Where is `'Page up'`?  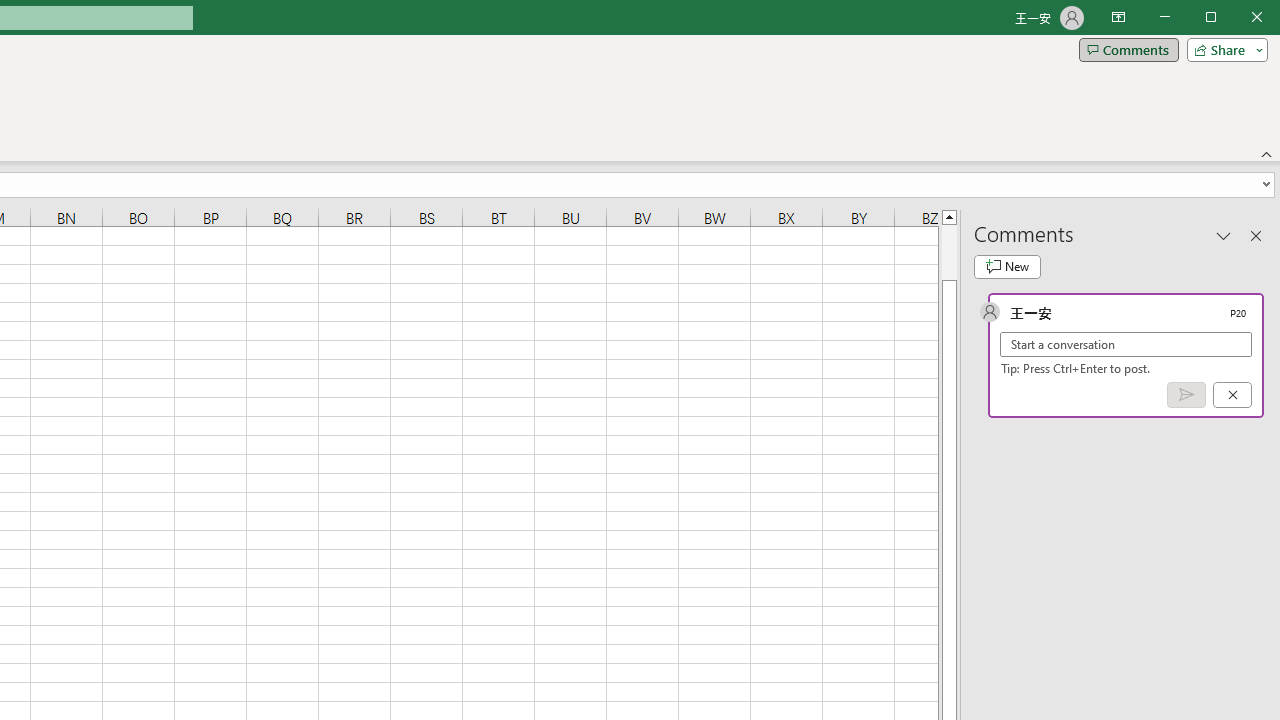 'Page up' is located at coordinates (948, 251).